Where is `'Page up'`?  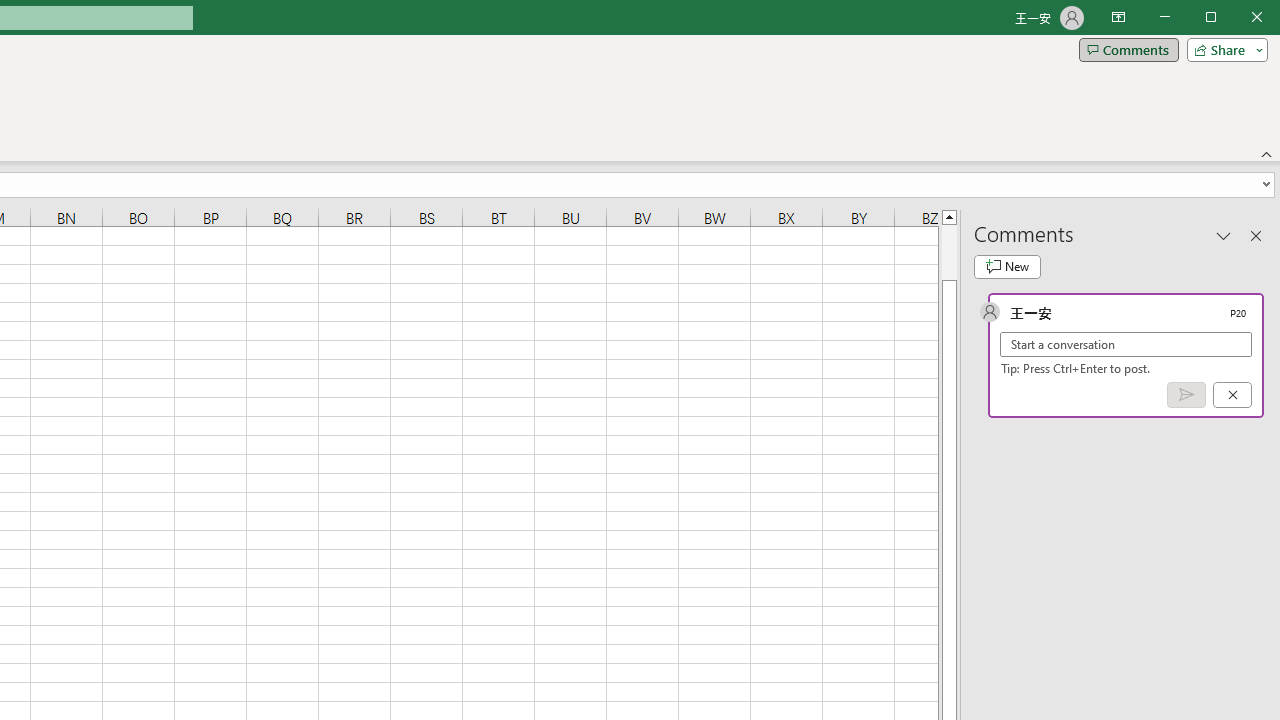 'Page up' is located at coordinates (948, 251).